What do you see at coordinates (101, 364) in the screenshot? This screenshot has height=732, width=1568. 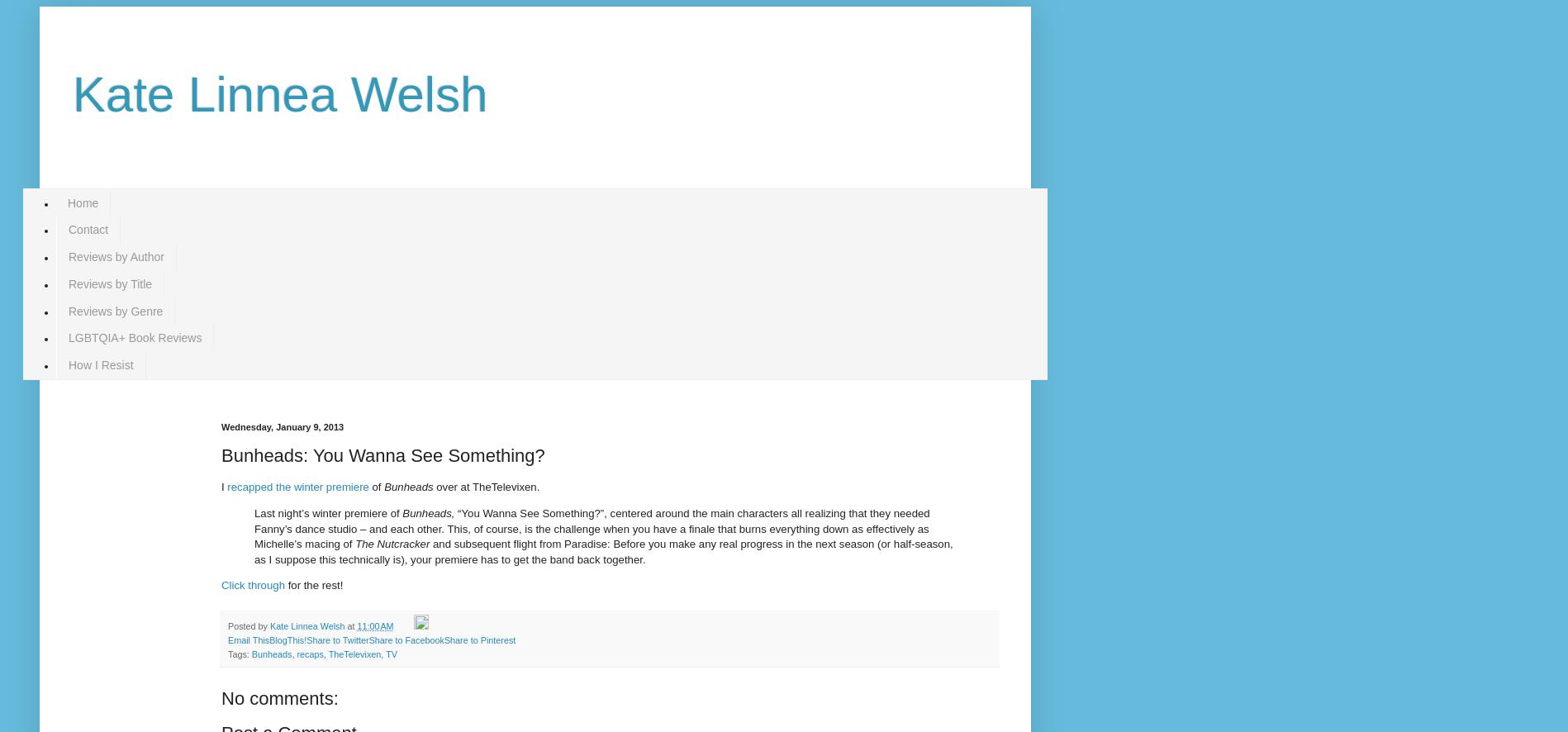 I see `'How I Resist'` at bounding box center [101, 364].